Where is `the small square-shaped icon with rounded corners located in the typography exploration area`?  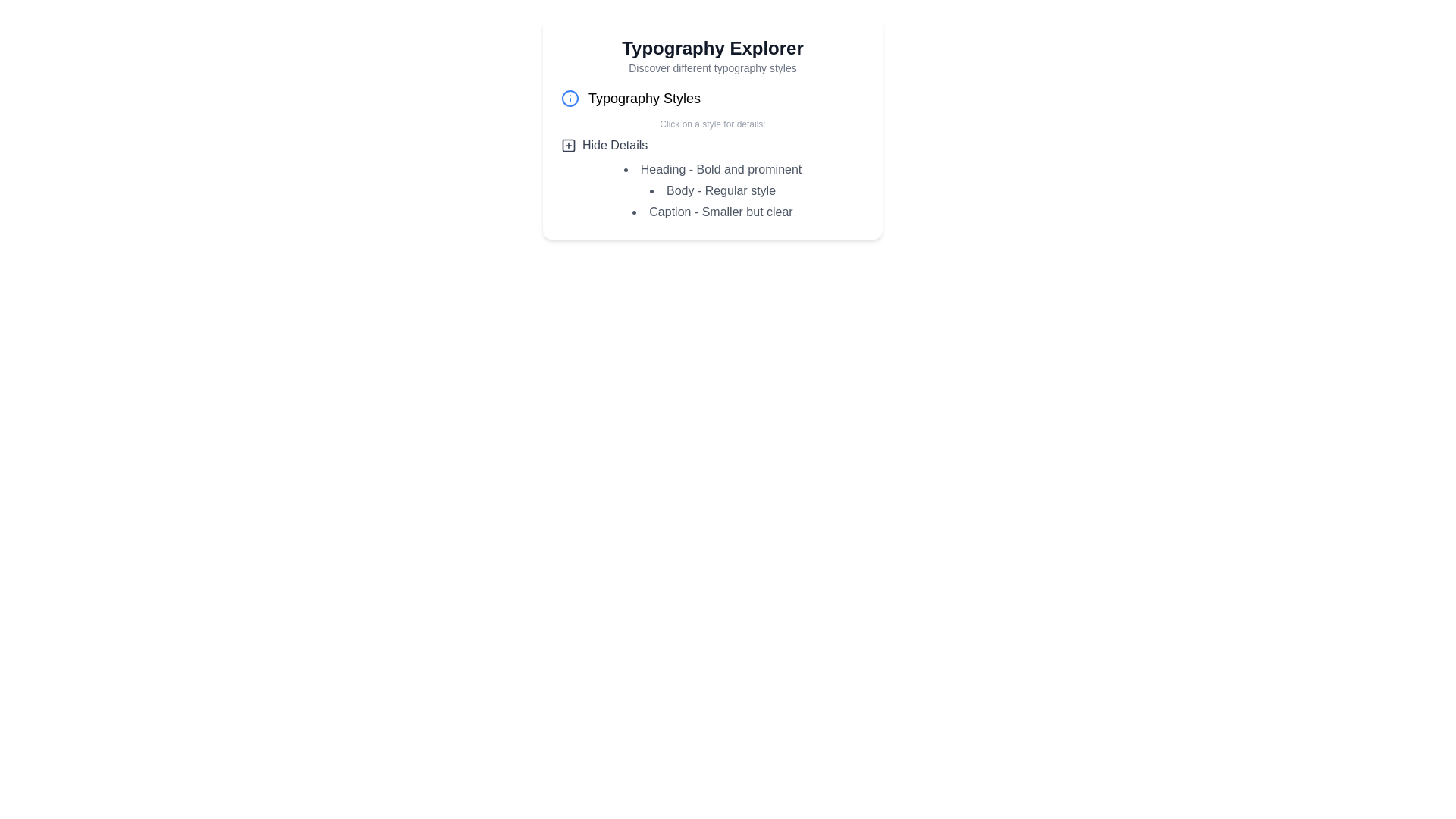
the small square-shaped icon with rounded corners located in the typography exploration area is located at coordinates (567, 146).